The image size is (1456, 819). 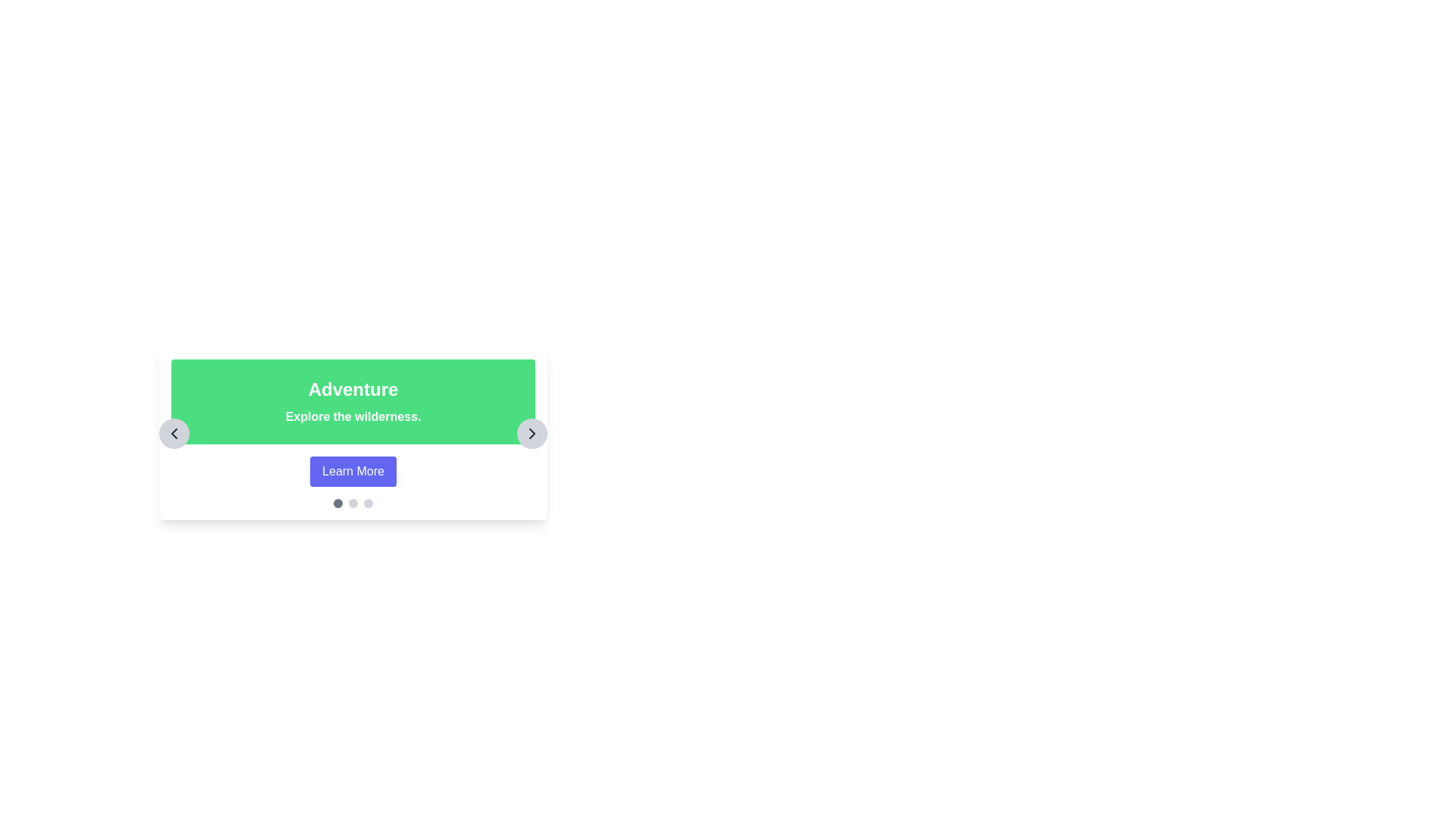 I want to click on the navigation button located in the center-left of the card titled 'Adventure', so click(x=174, y=433).